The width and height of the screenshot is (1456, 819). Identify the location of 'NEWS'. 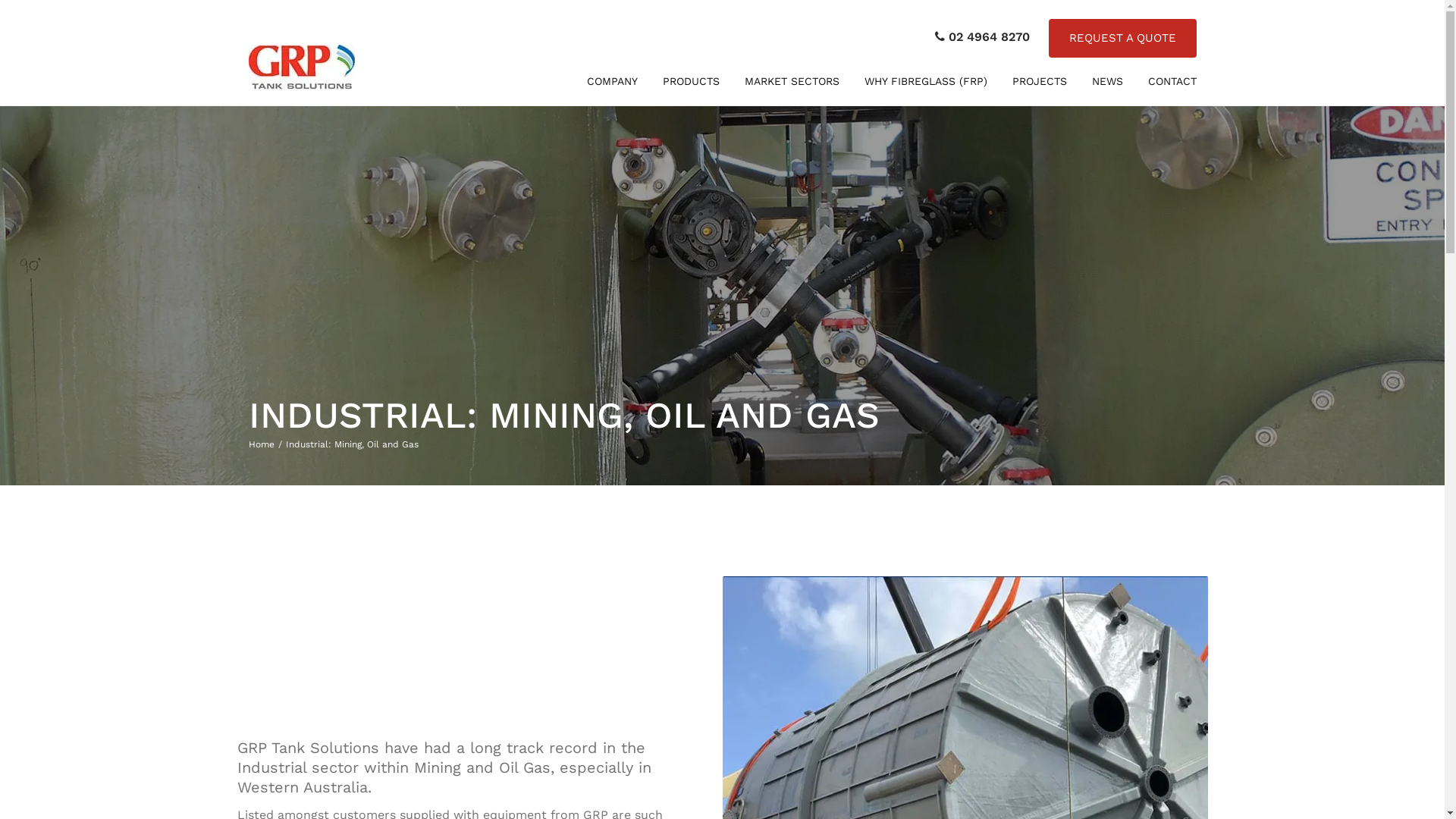
(1107, 81).